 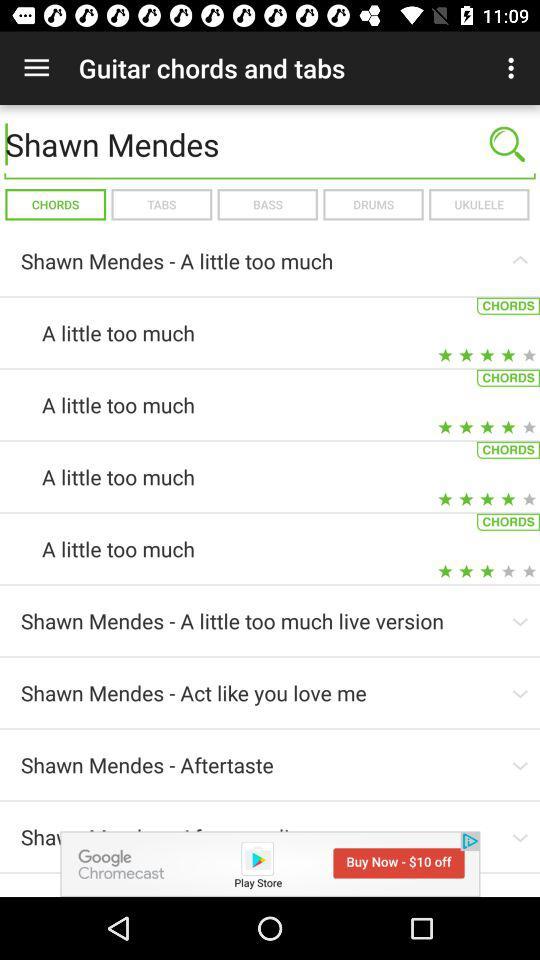 I want to click on the icon to the right of guitar chords and app, so click(x=513, y=68).